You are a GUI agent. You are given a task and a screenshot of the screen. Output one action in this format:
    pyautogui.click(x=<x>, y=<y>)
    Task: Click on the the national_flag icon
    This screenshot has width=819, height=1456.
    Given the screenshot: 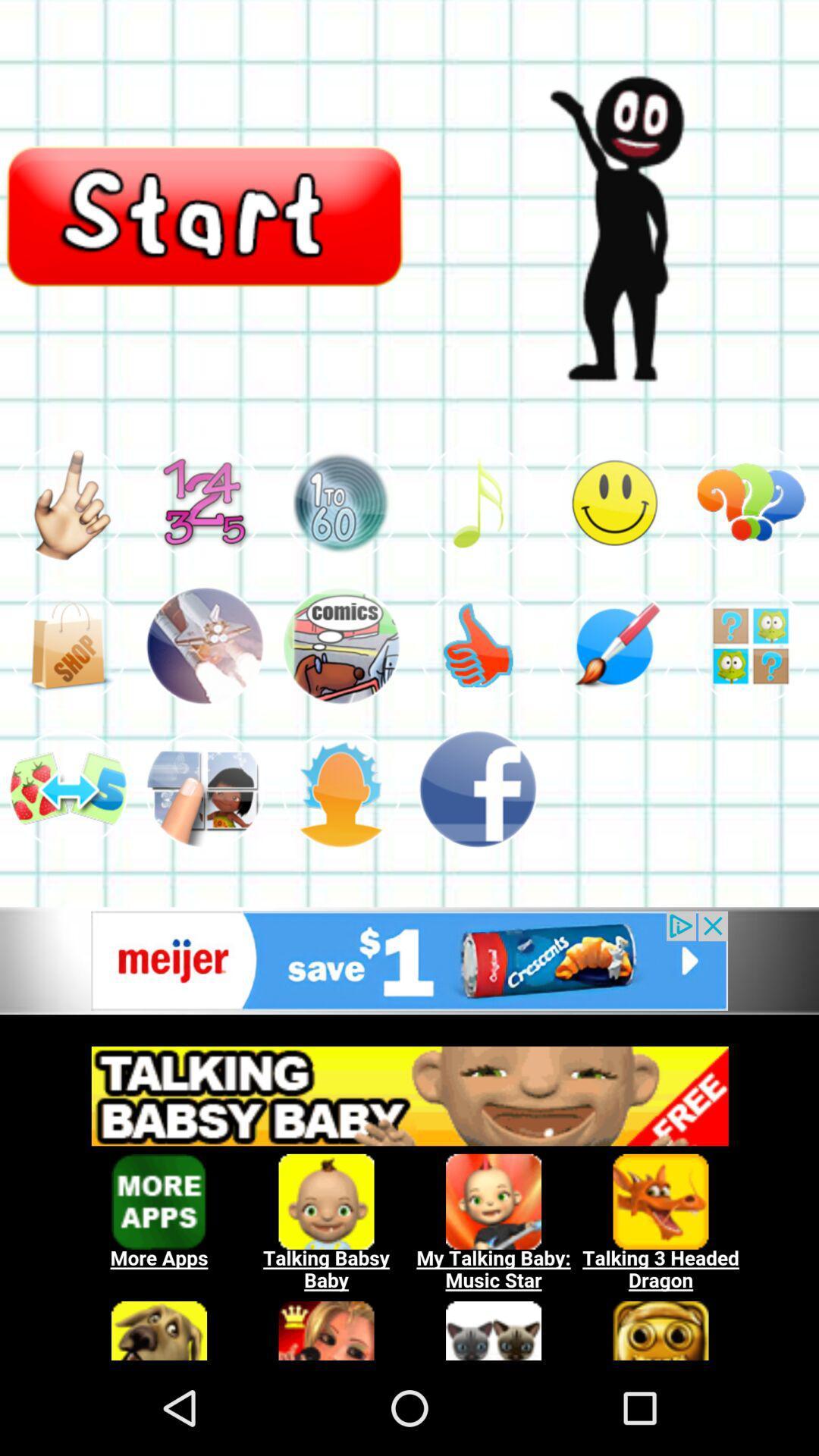 What is the action you would take?
    pyautogui.click(x=341, y=690)
    